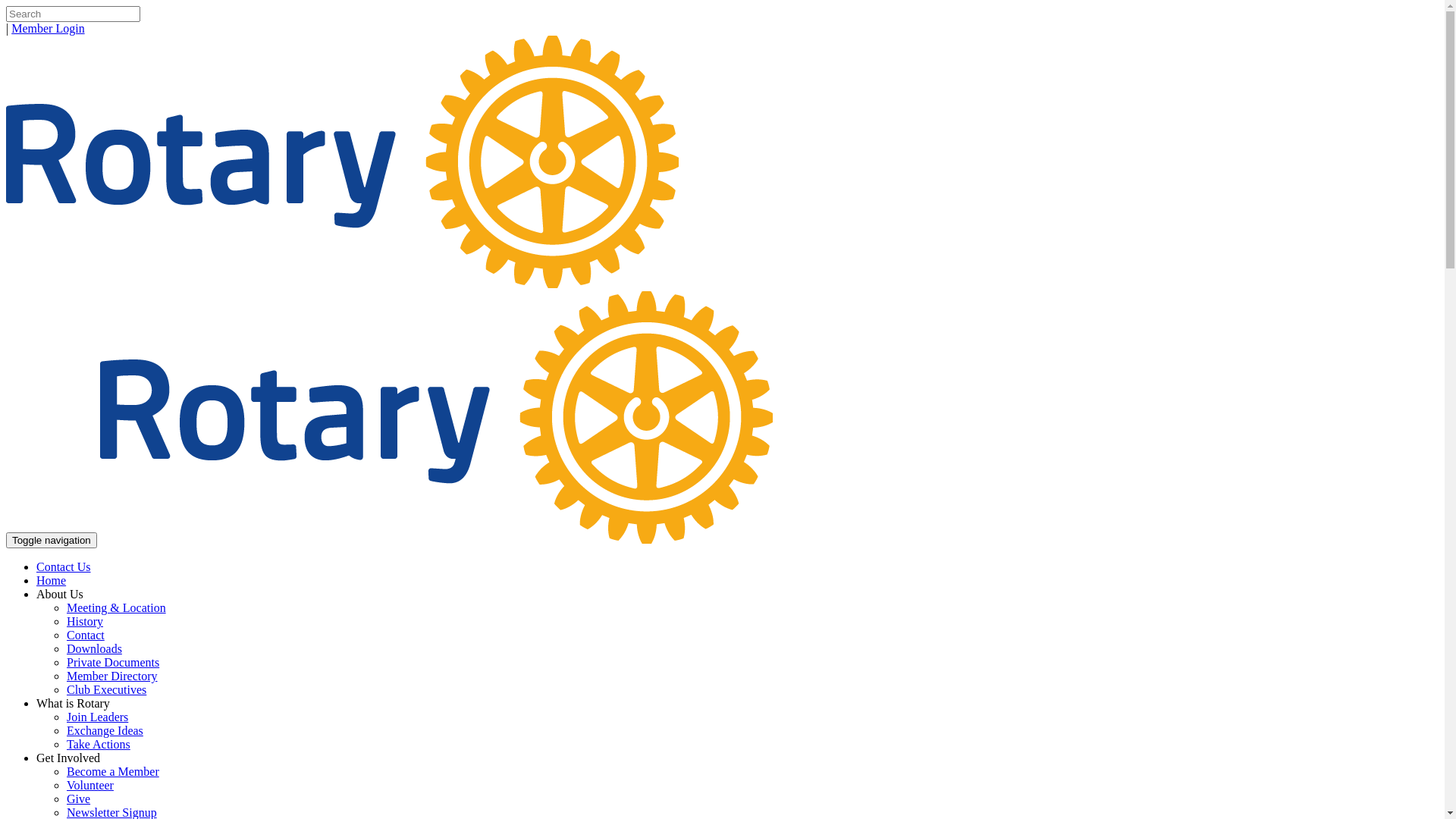 Image resolution: width=1456 pixels, height=819 pixels. Describe the element at coordinates (36, 758) in the screenshot. I see `'Get Involved'` at that location.